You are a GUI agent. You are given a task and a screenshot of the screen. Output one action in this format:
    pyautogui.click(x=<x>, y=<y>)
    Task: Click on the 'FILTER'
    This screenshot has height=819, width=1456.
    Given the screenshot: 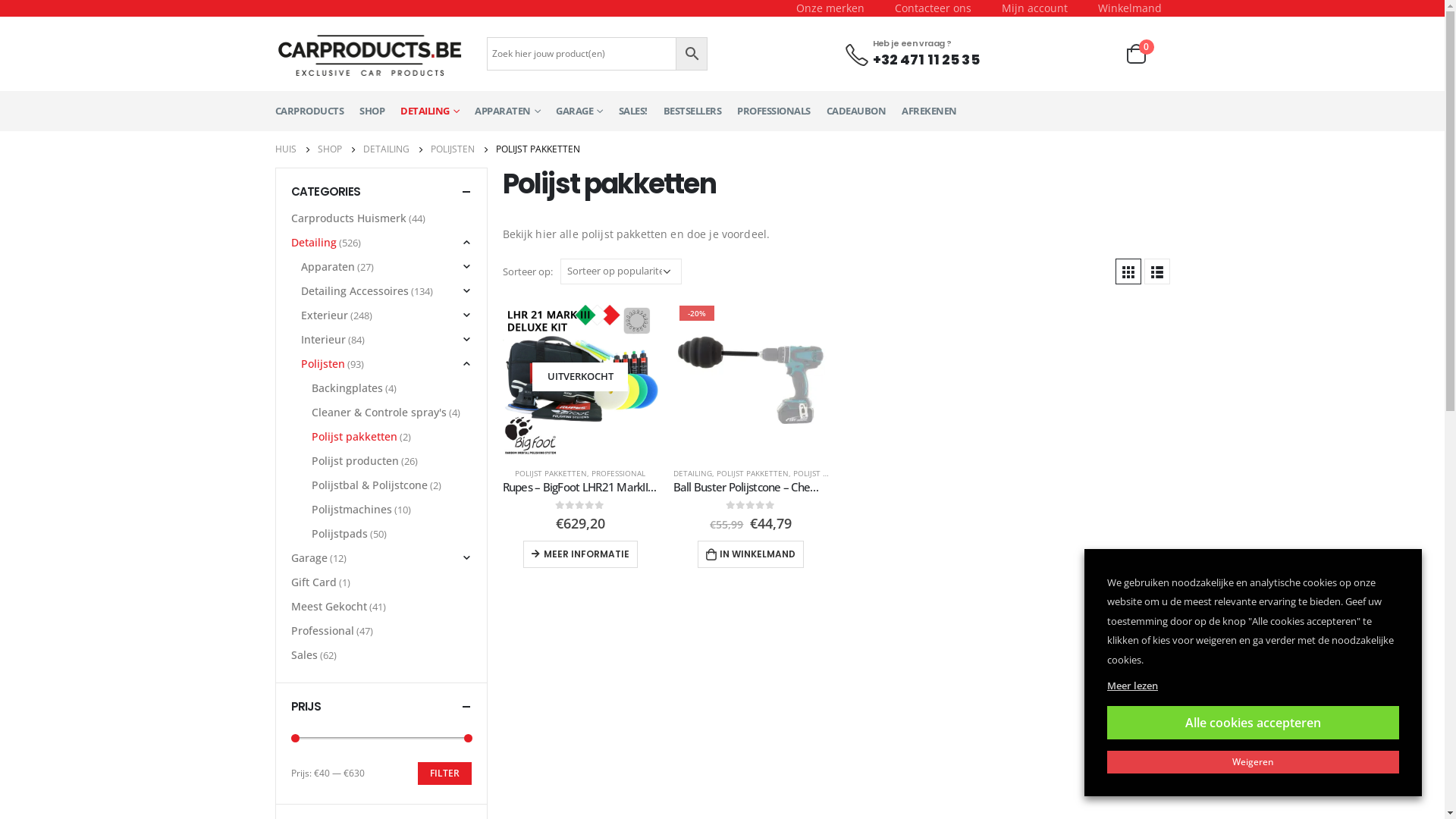 What is the action you would take?
    pyautogui.click(x=443, y=773)
    